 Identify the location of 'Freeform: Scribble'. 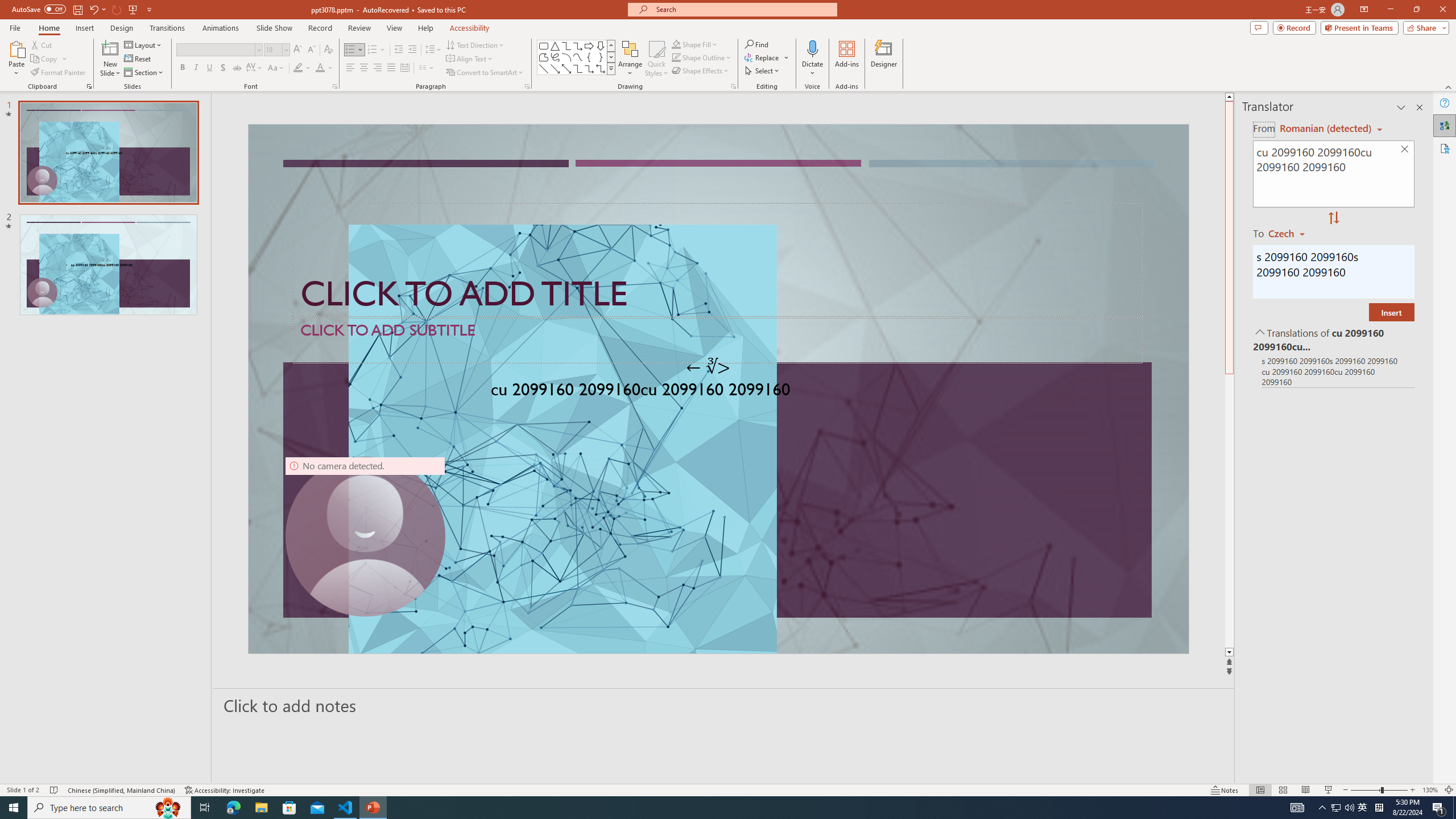
(554, 56).